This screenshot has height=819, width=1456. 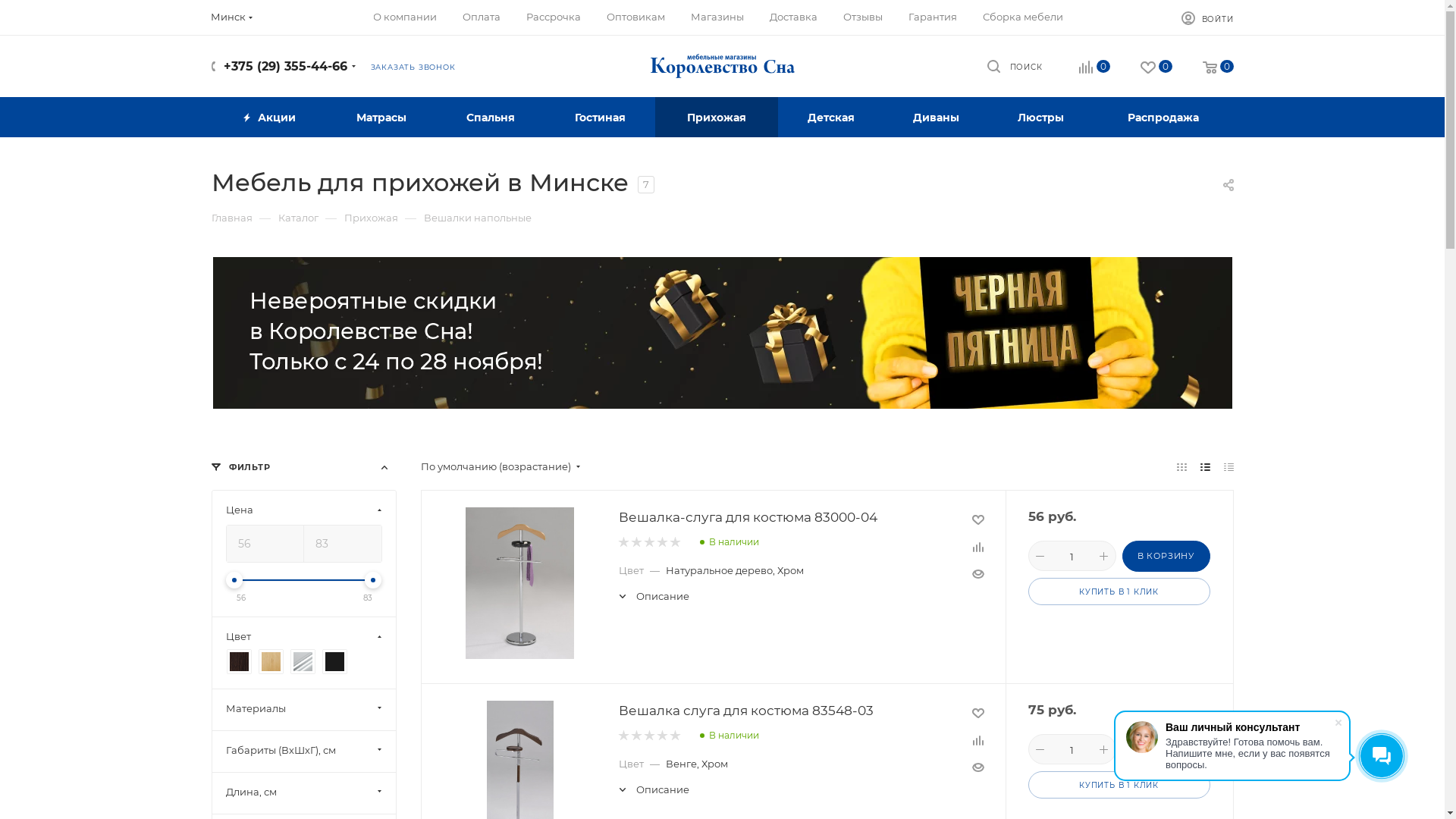 What do you see at coordinates (661, 541) in the screenshot?
I see `'4'` at bounding box center [661, 541].